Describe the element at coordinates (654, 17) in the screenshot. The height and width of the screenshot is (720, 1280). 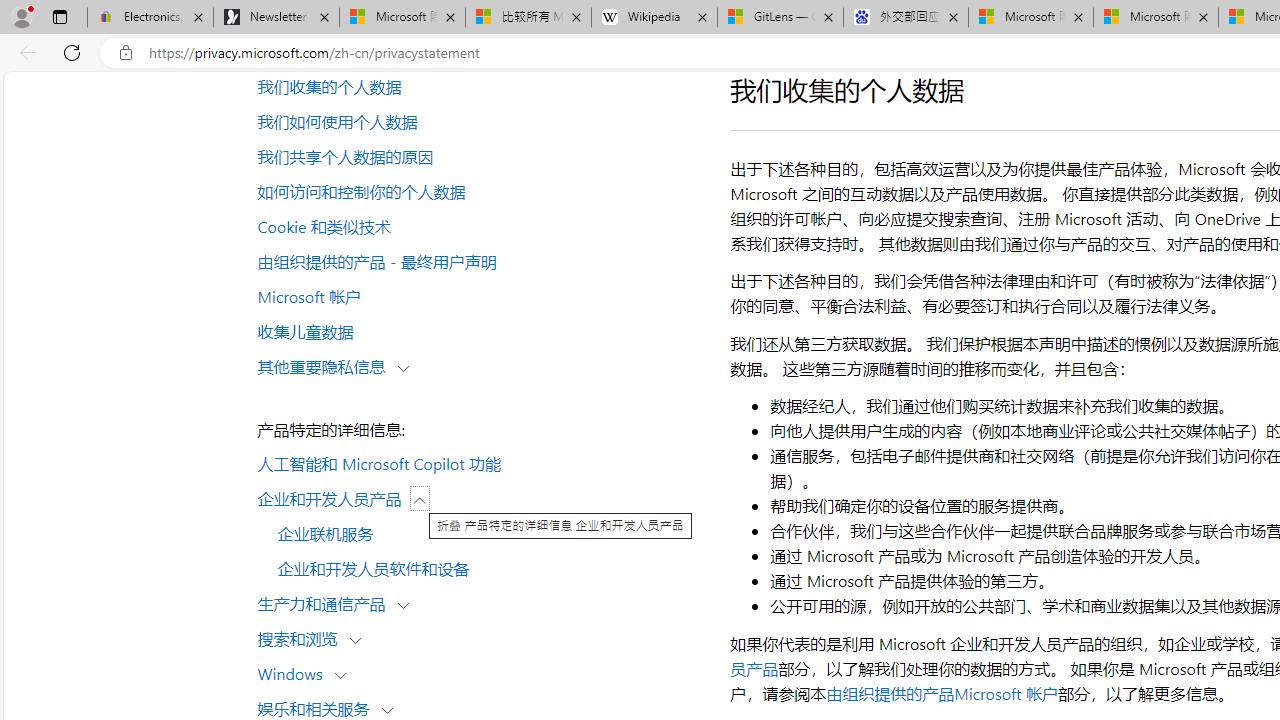
I see `'Wikipedia'` at that location.